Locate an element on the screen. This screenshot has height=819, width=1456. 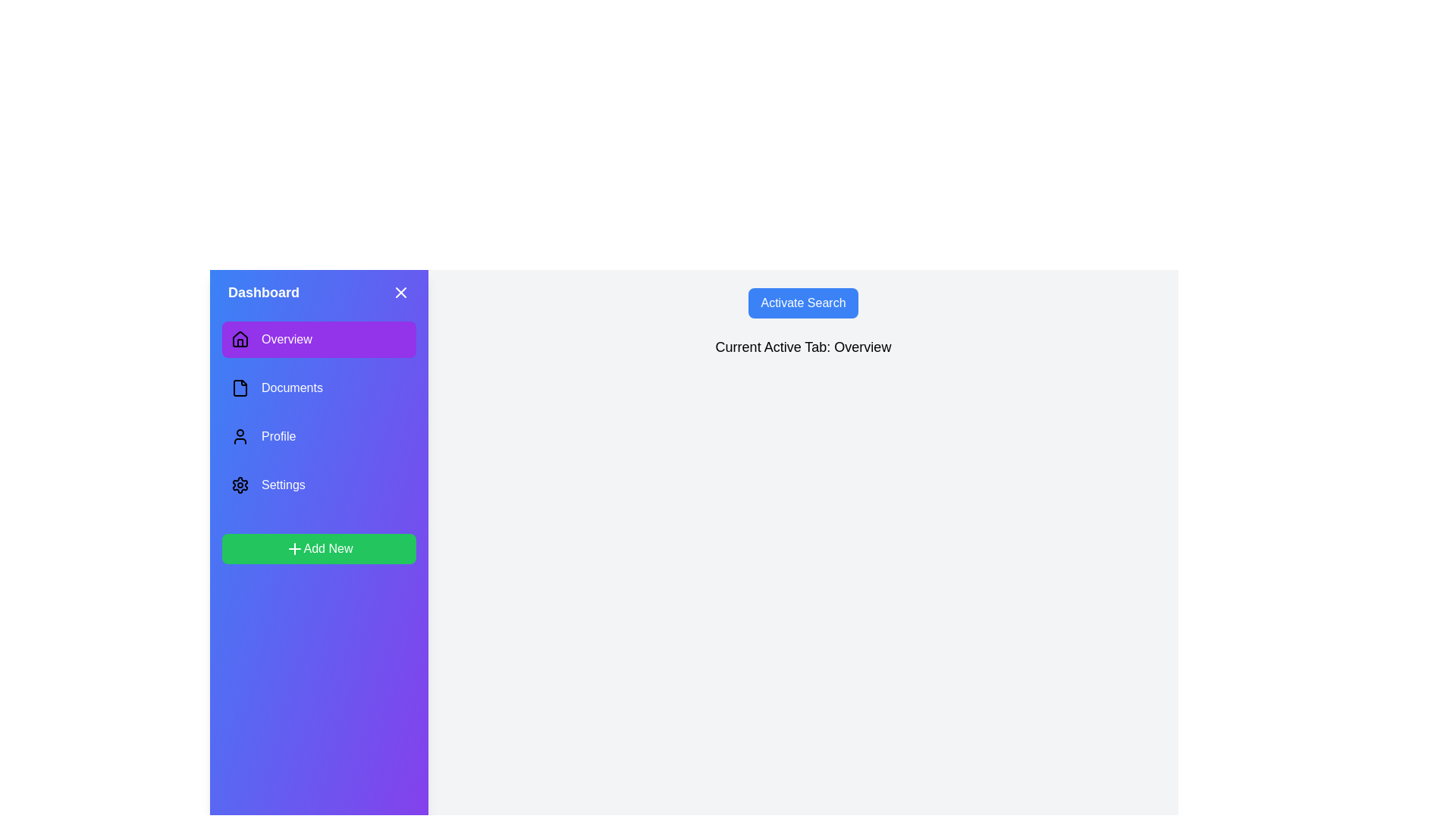
the house icon in the vertical navigation menu, which is located to the left of the 'Overview' text and is the first element among the navigation icons is located at coordinates (239, 338).